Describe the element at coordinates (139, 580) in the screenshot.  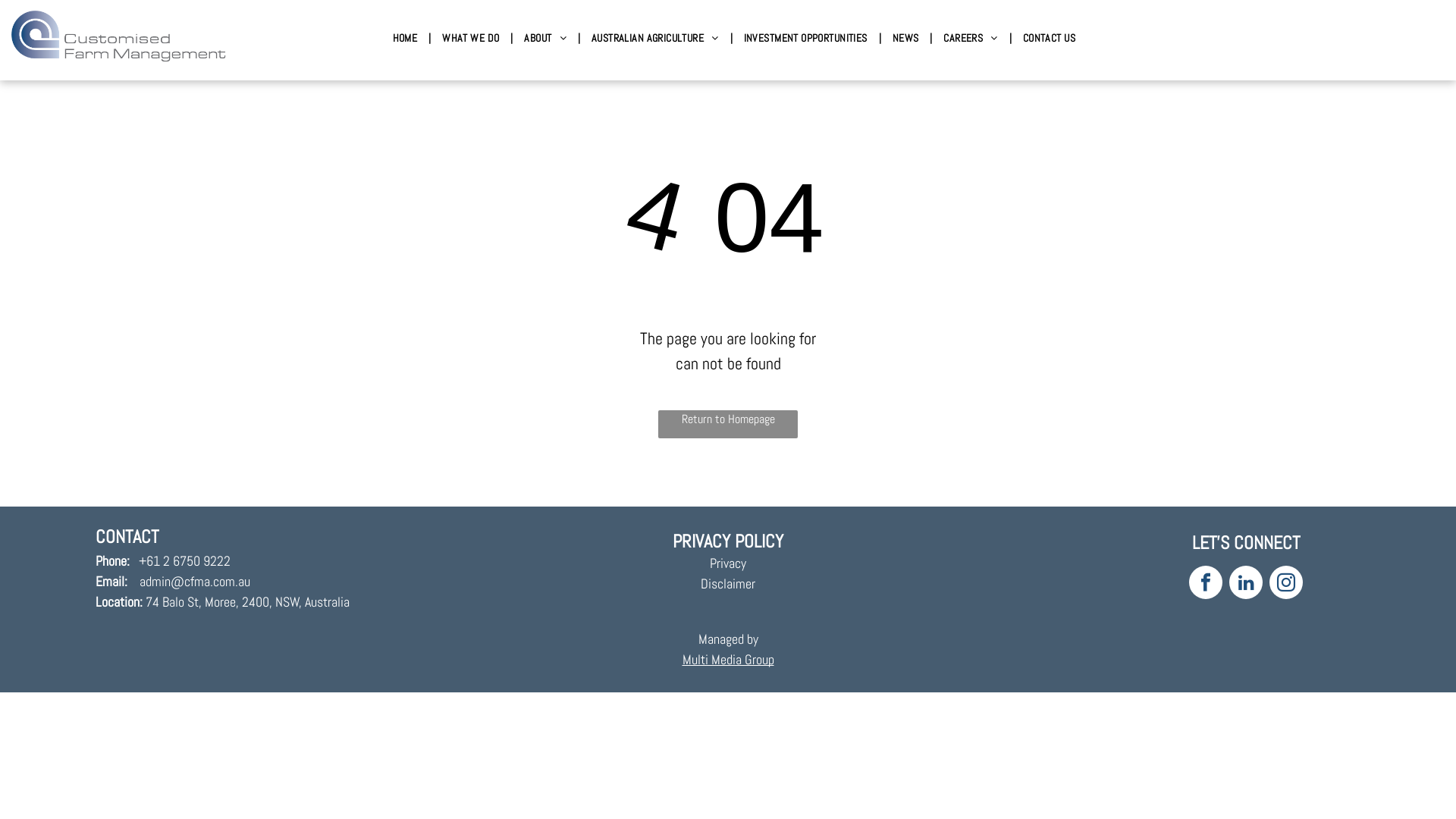
I see `'admin@cfma.com.au'` at that location.